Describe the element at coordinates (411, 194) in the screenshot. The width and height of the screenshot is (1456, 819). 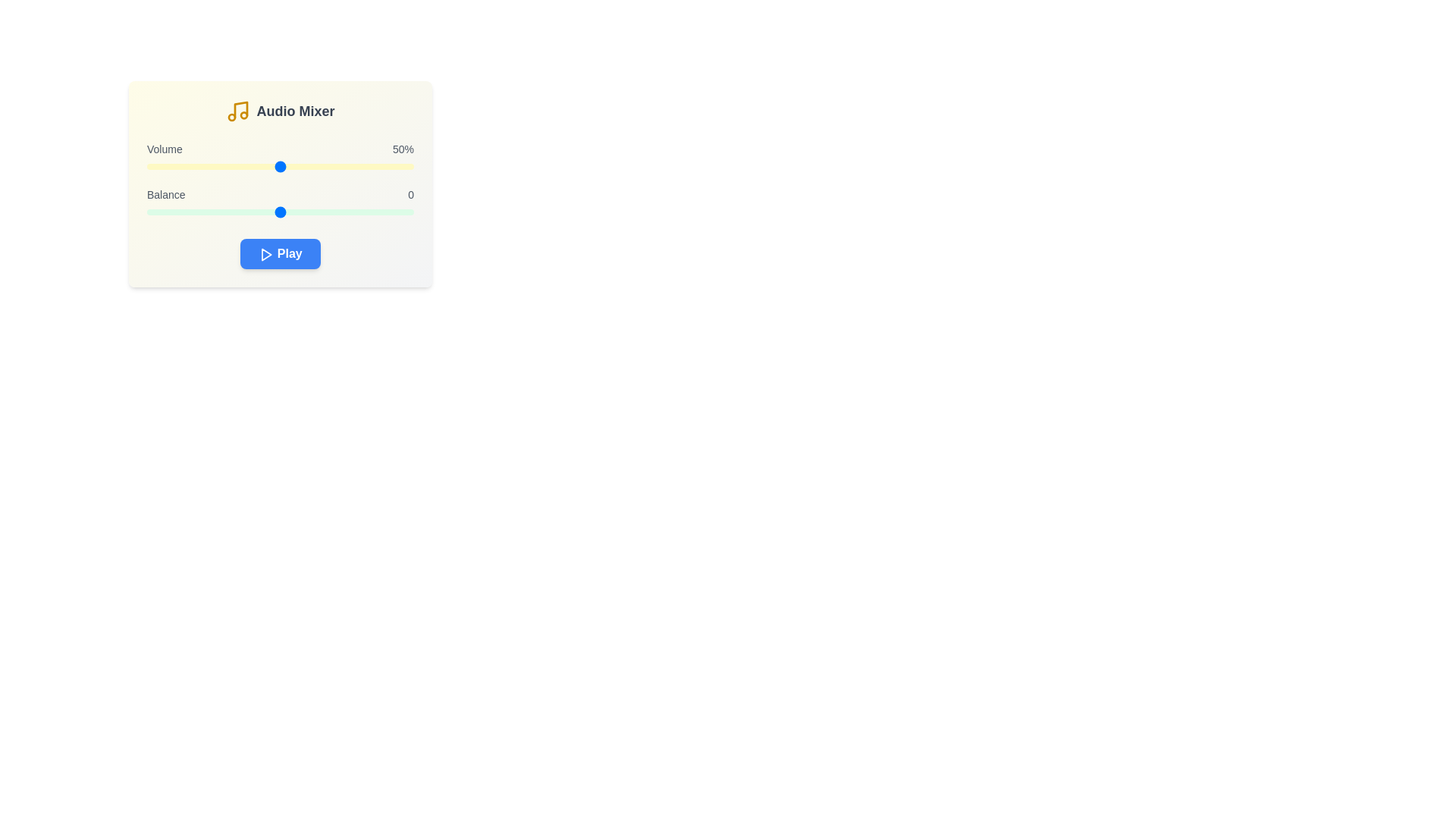
I see `numeric value displayed in the Text label element that shows '0', positioned to the far right of the 'Balance' section in the user interface` at that location.